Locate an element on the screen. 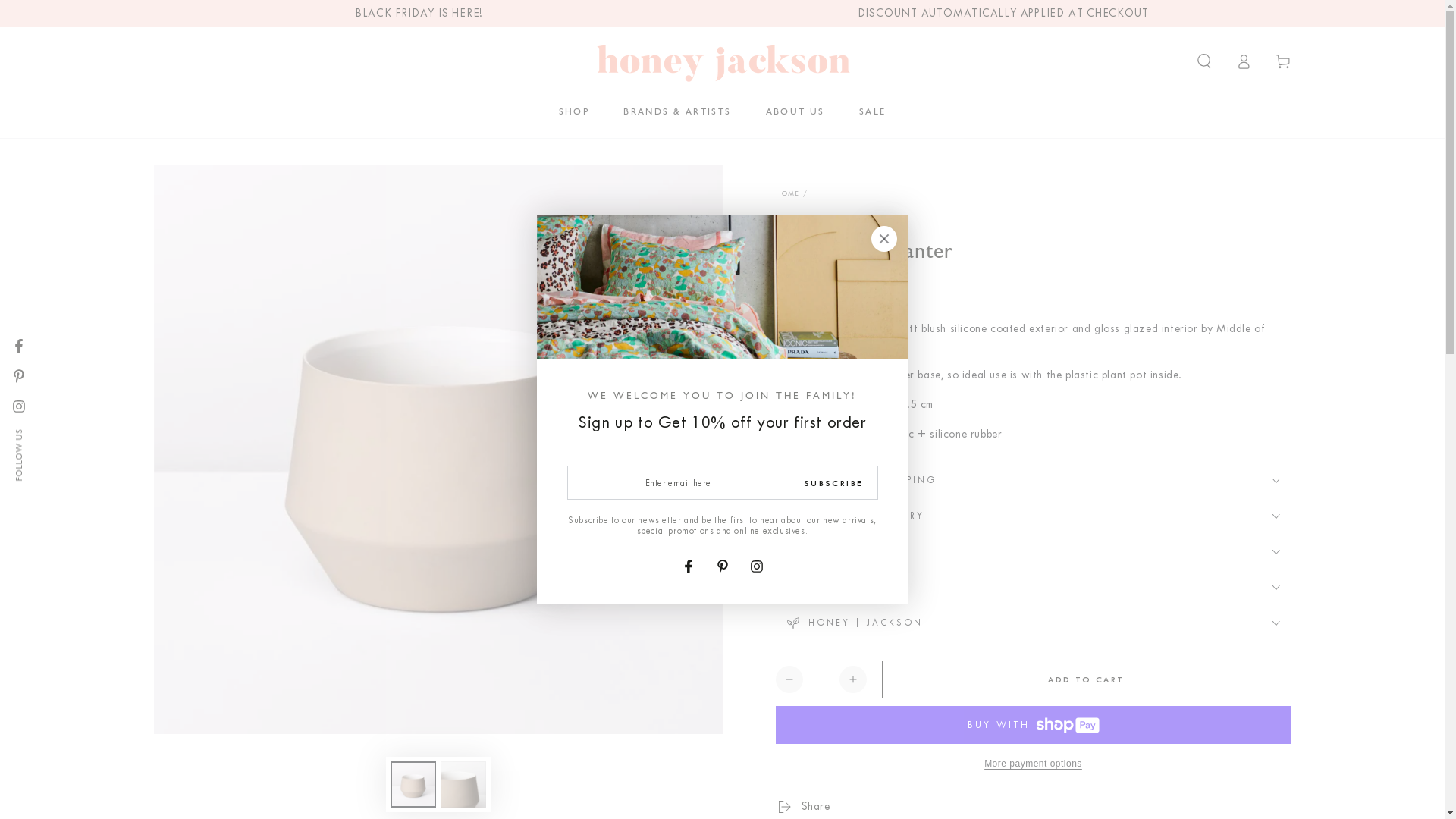 The height and width of the screenshot is (819, 1456). 'SALE' is located at coordinates (873, 110).